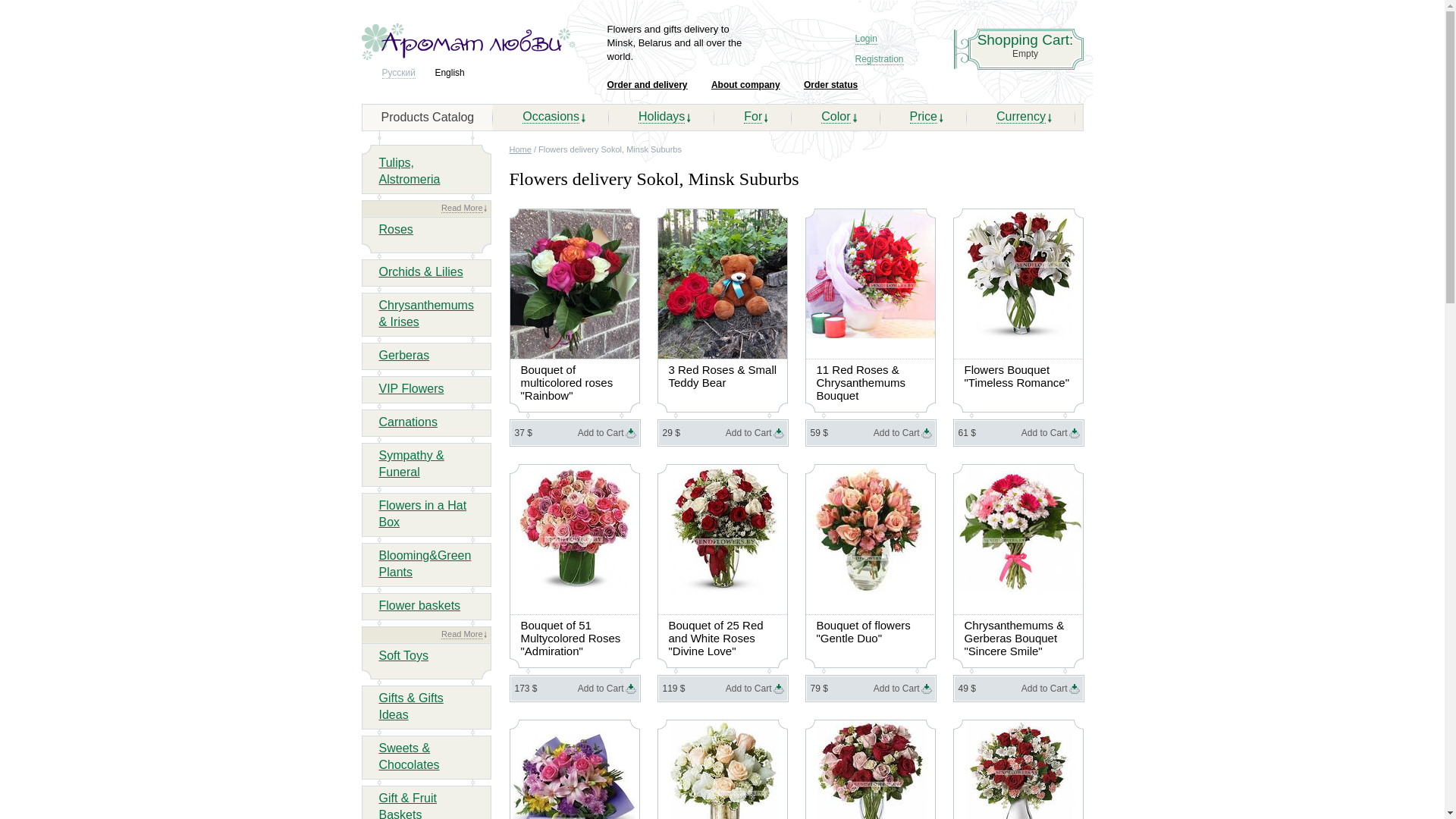 The image size is (1456, 819). Describe the element at coordinates (426, 116) in the screenshot. I see `'Products Catalog'` at that location.